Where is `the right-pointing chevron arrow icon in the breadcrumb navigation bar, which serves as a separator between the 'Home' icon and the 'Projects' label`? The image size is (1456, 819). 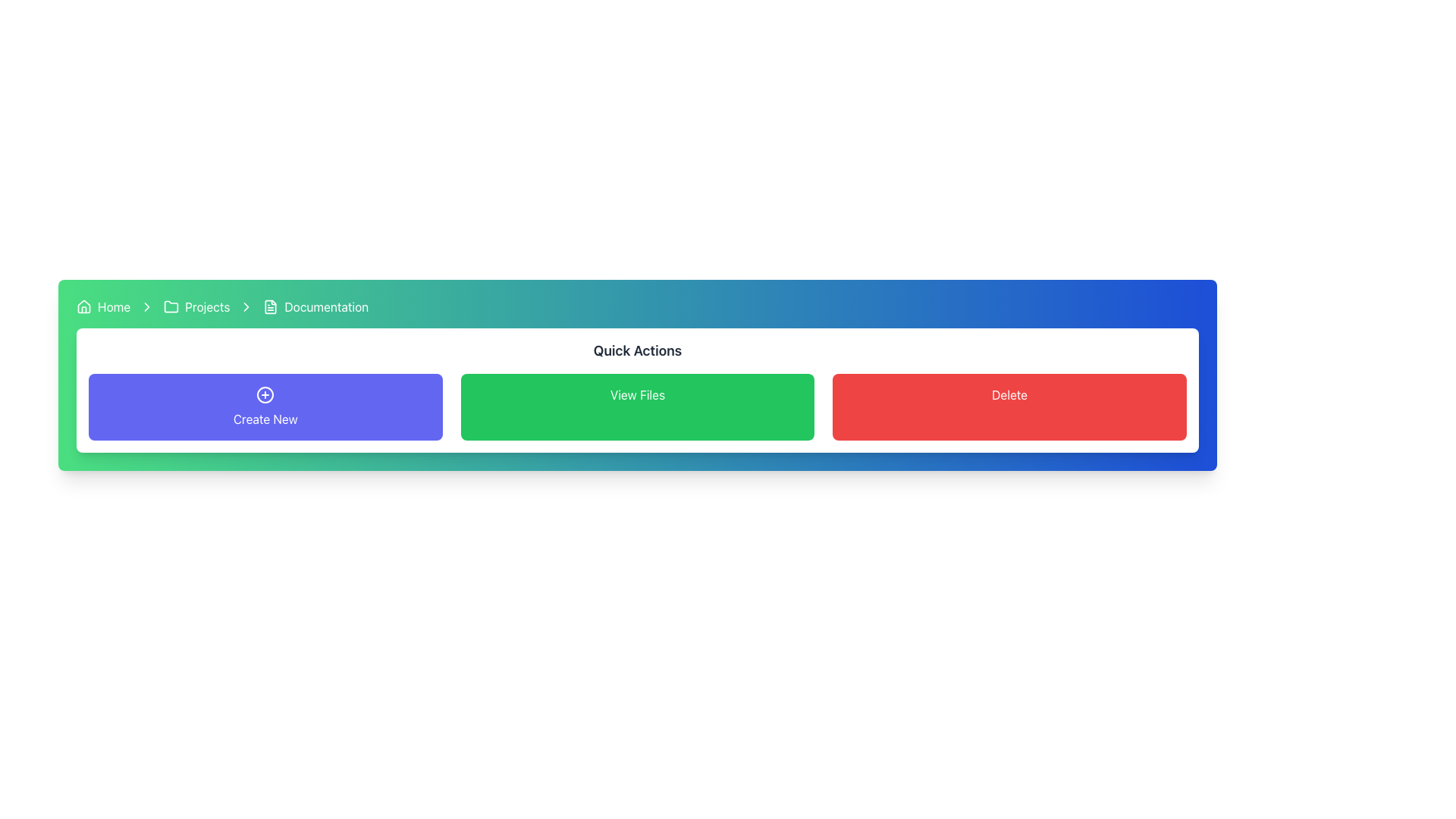
the right-pointing chevron arrow icon in the breadcrumb navigation bar, which serves as a separator between the 'Home' icon and the 'Projects' label is located at coordinates (246, 307).